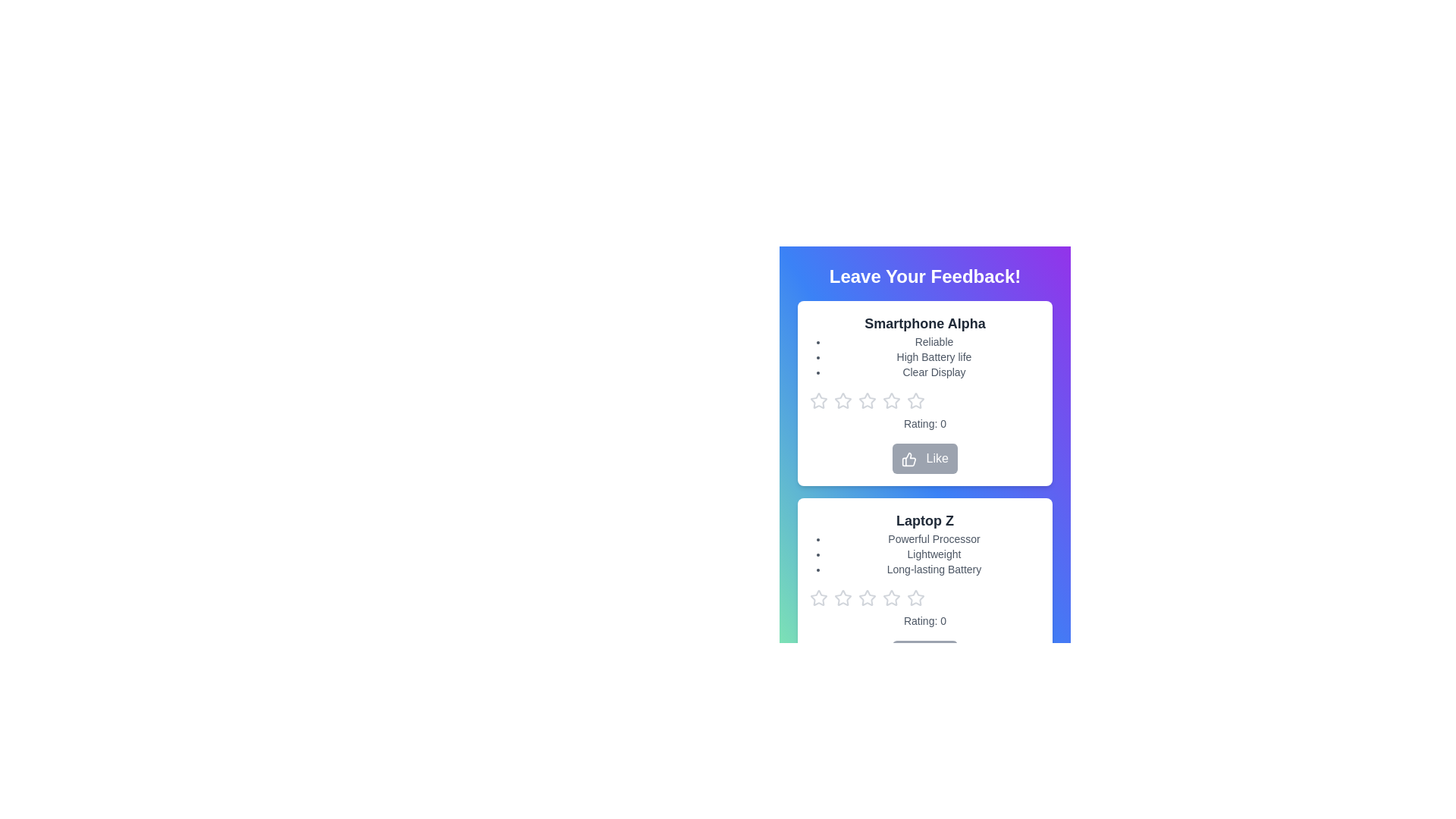 The height and width of the screenshot is (819, 1456). What do you see at coordinates (934, 570) in the screenshot?
I see `the third item in the unordered list that describes a feature of 'Laptop Z', which follows 'Powerful Processor' and 'Lightweight'` at bounding box center [934, 570].